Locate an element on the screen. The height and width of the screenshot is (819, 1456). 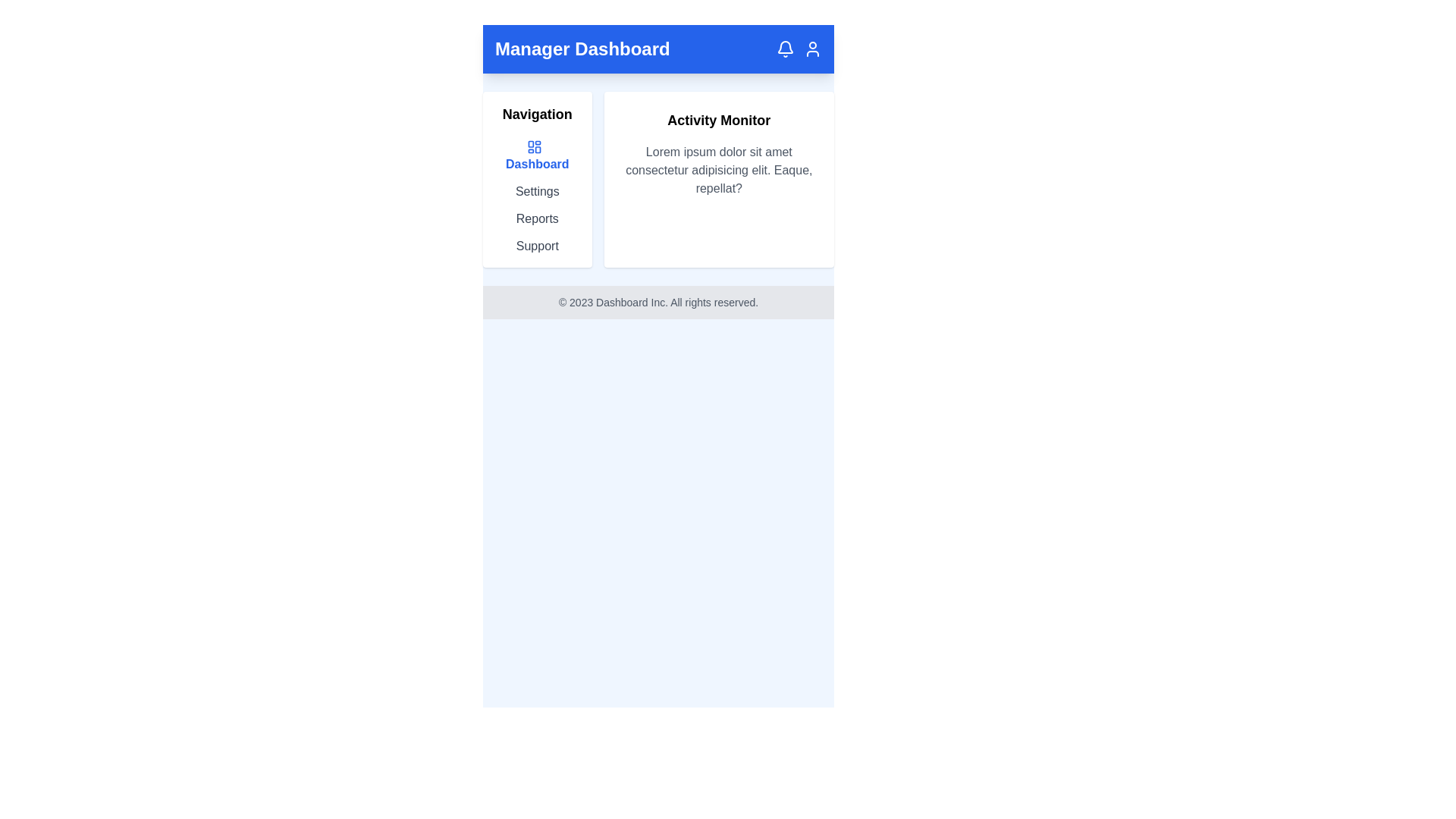
the static text header or banner at the top of the application interface, which indicates the current context or main title is located at coordinates (658, 49).